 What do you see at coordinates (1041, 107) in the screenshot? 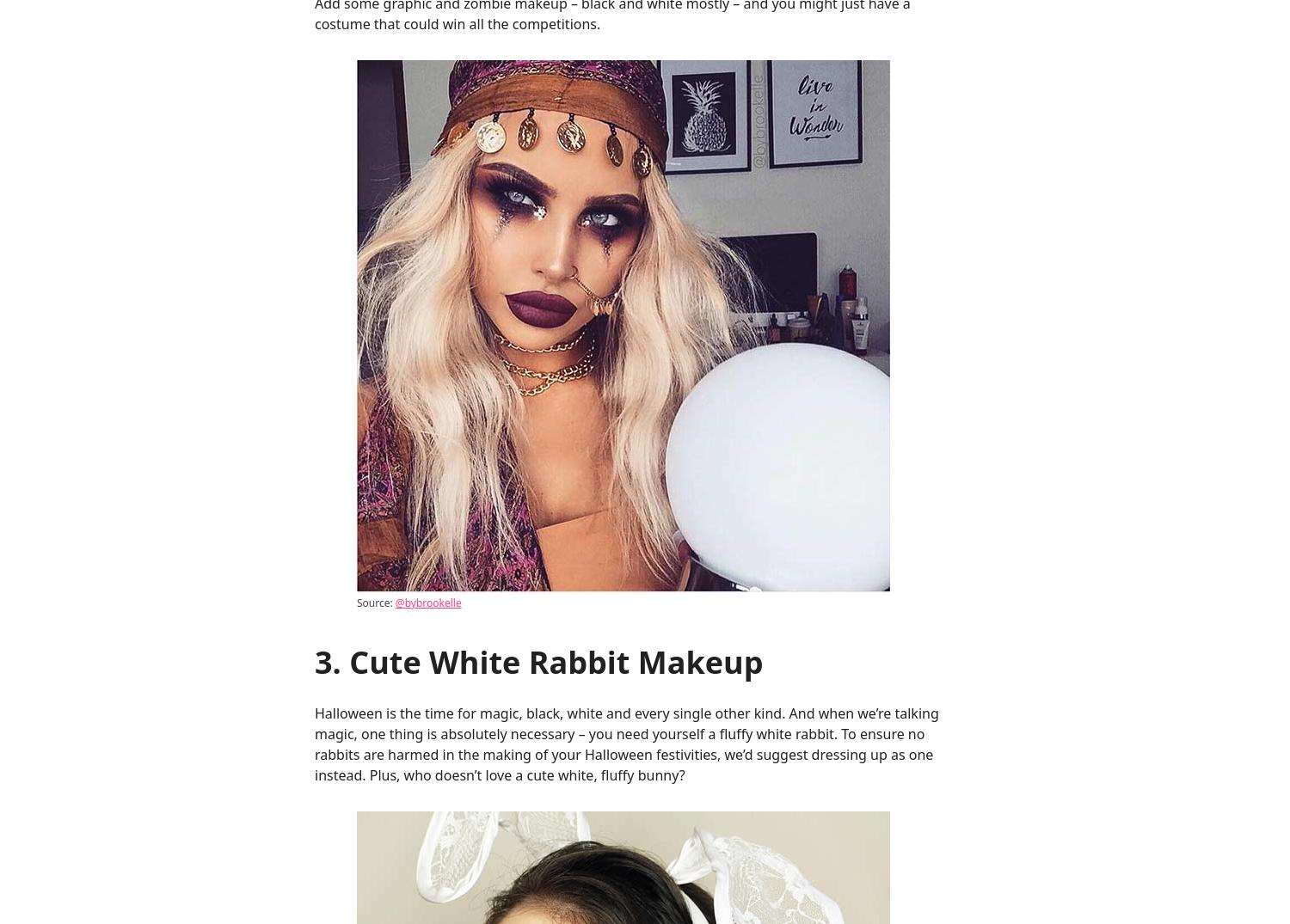
I see `'Fashion'` at bounding box center [1041, 107].